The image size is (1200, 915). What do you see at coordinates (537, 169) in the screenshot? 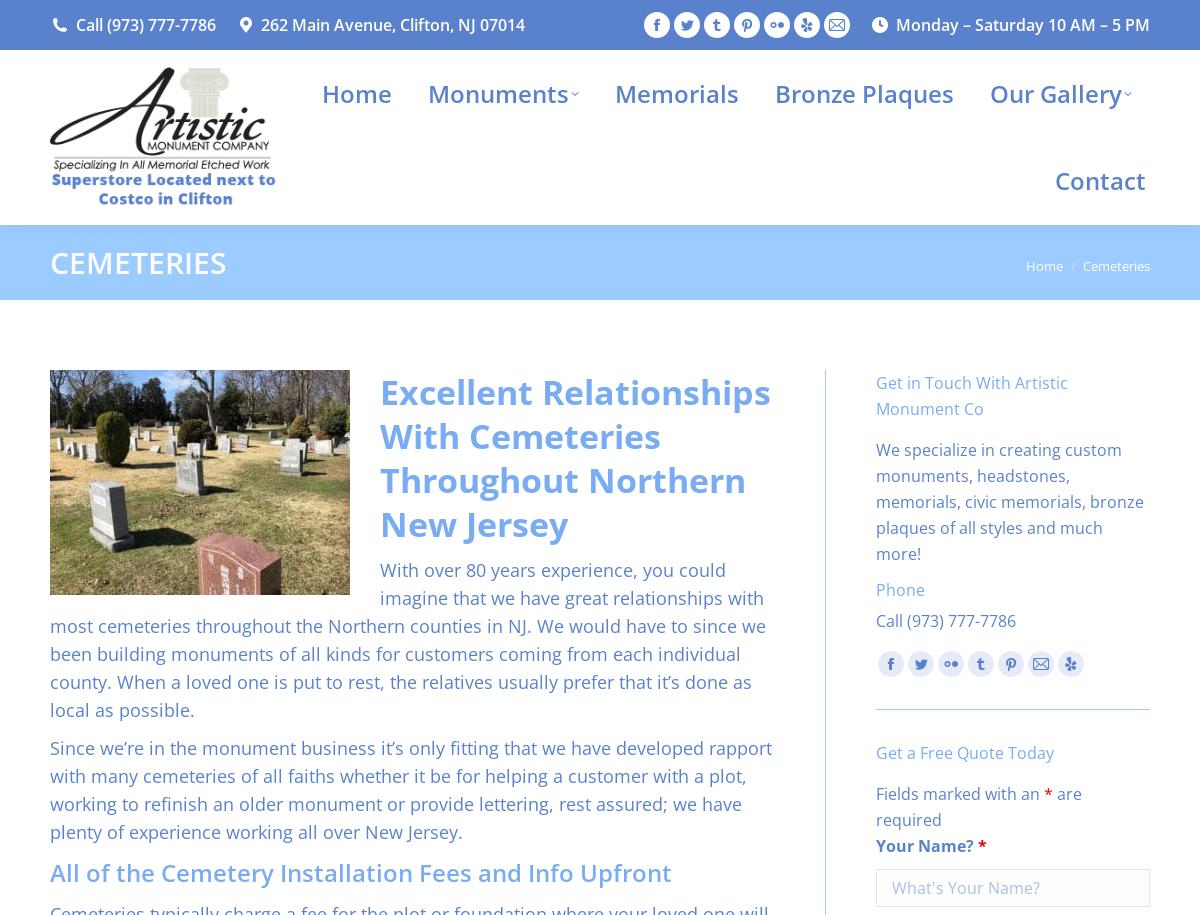
I see `'Custom Monuments'` at bounding box center [537, 169].